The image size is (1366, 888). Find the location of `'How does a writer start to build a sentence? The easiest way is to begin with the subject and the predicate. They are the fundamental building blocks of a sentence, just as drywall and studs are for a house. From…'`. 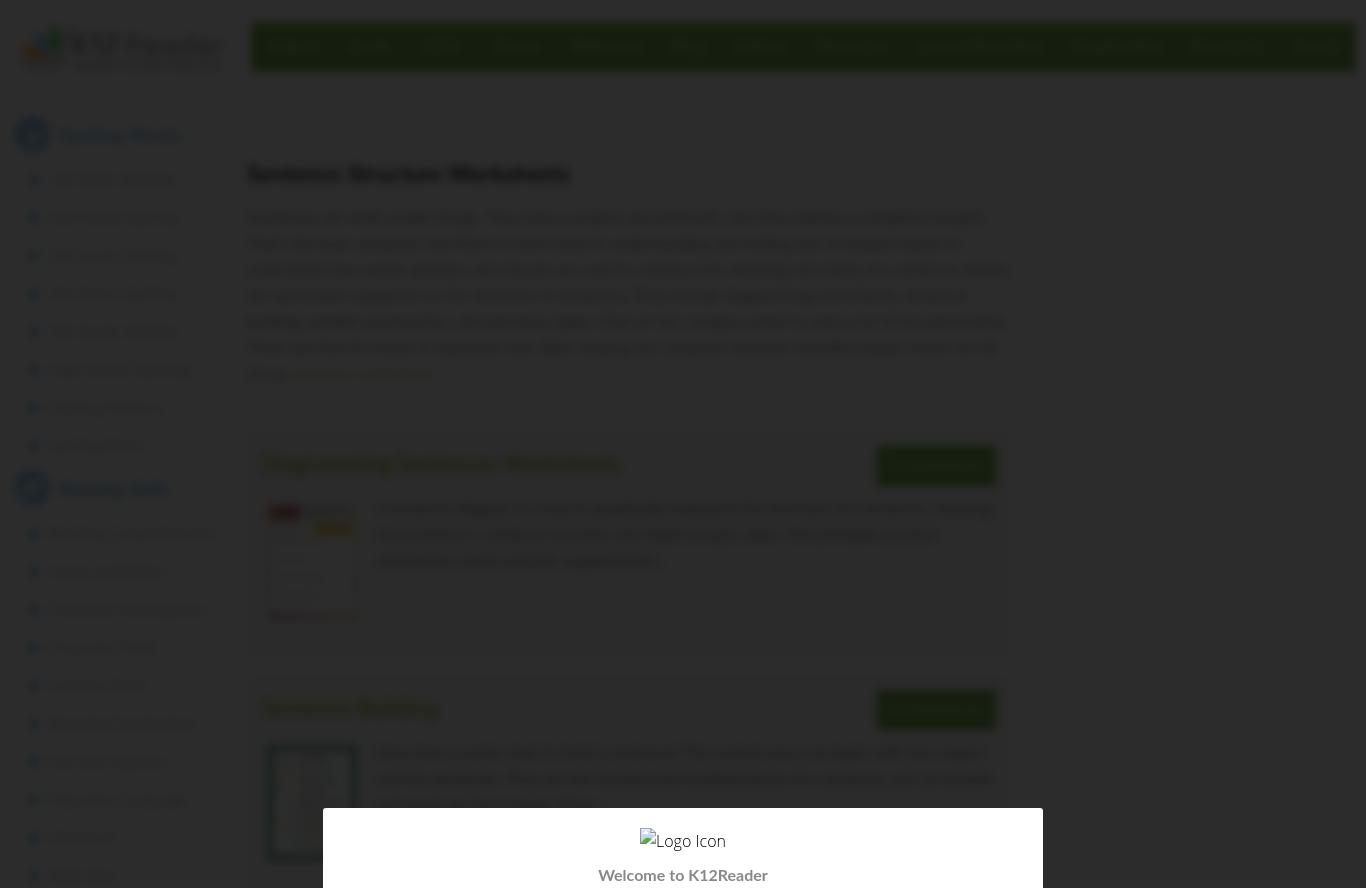

'How does a writer start to build a sentence? The easiest way is to begin with the subject and the predicate. They are the fundamental building blocks of a sentence, just as drywall and studs are for a house. From…' is located at coordinates (683, 777).